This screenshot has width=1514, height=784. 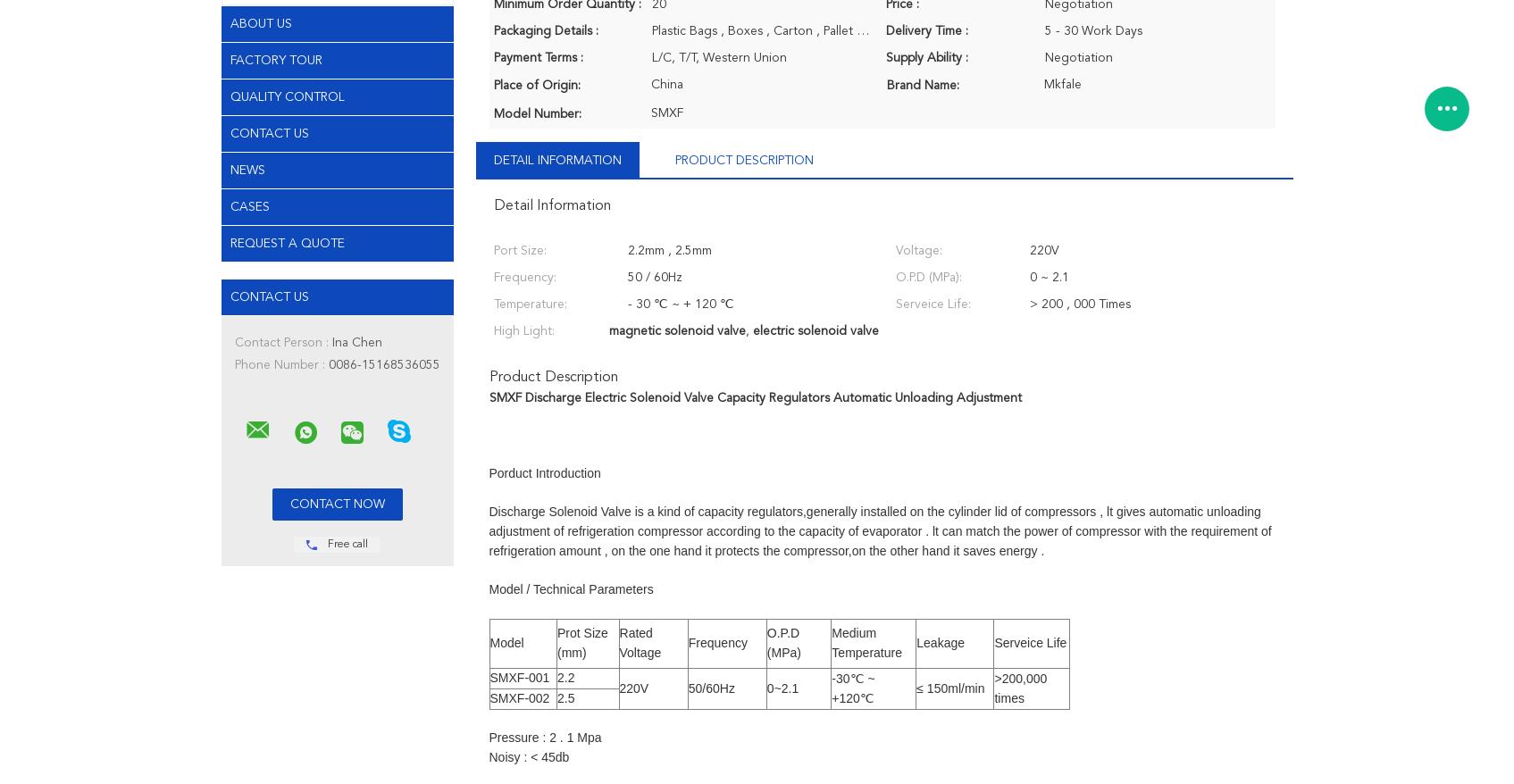 I want to click on 'Delivery Time                                        :', so click(x=926, y=29).